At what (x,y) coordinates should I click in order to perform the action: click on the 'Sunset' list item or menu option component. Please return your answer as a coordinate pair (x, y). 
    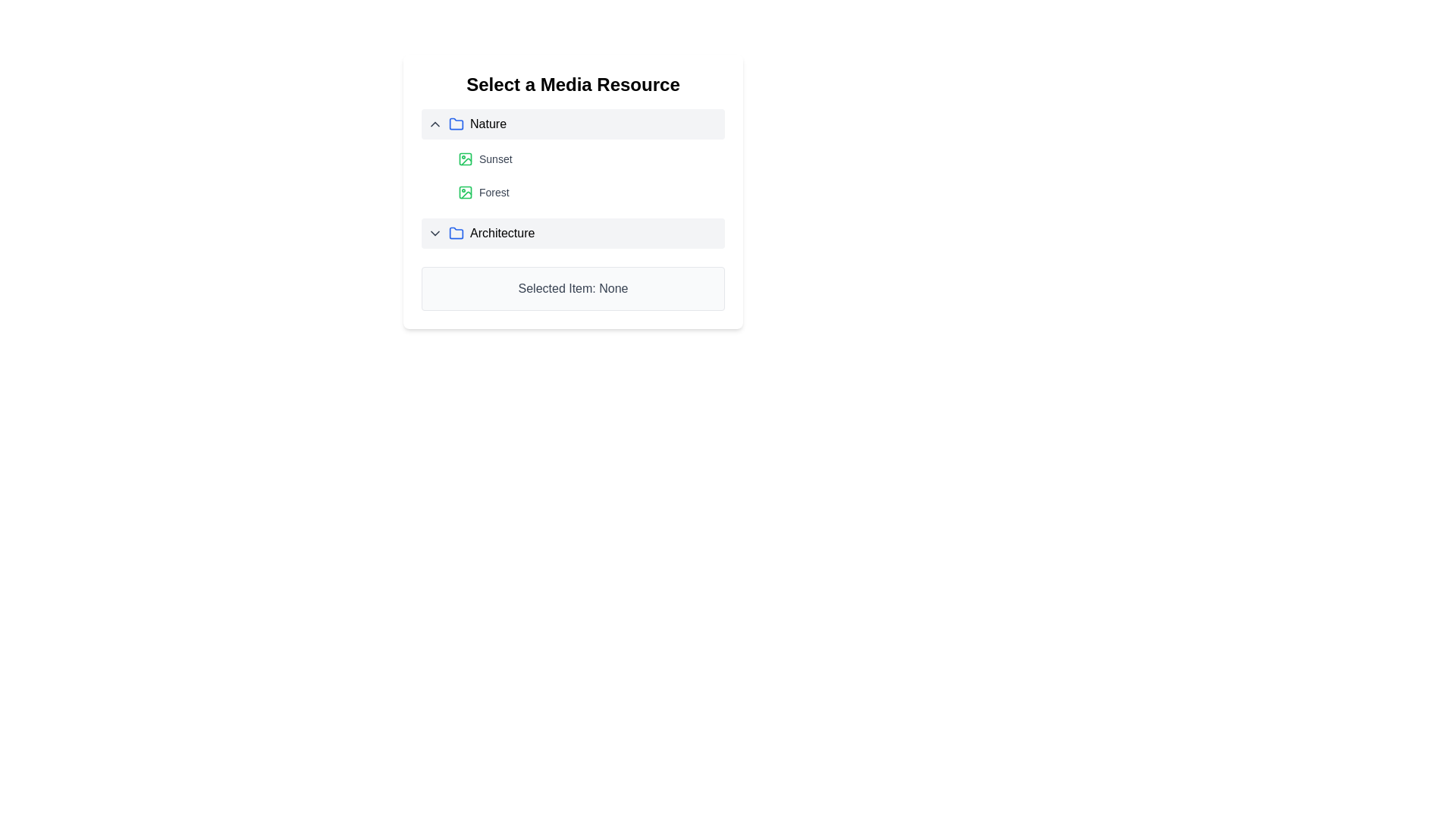
    Looking at the image, I should click on (588, 158).